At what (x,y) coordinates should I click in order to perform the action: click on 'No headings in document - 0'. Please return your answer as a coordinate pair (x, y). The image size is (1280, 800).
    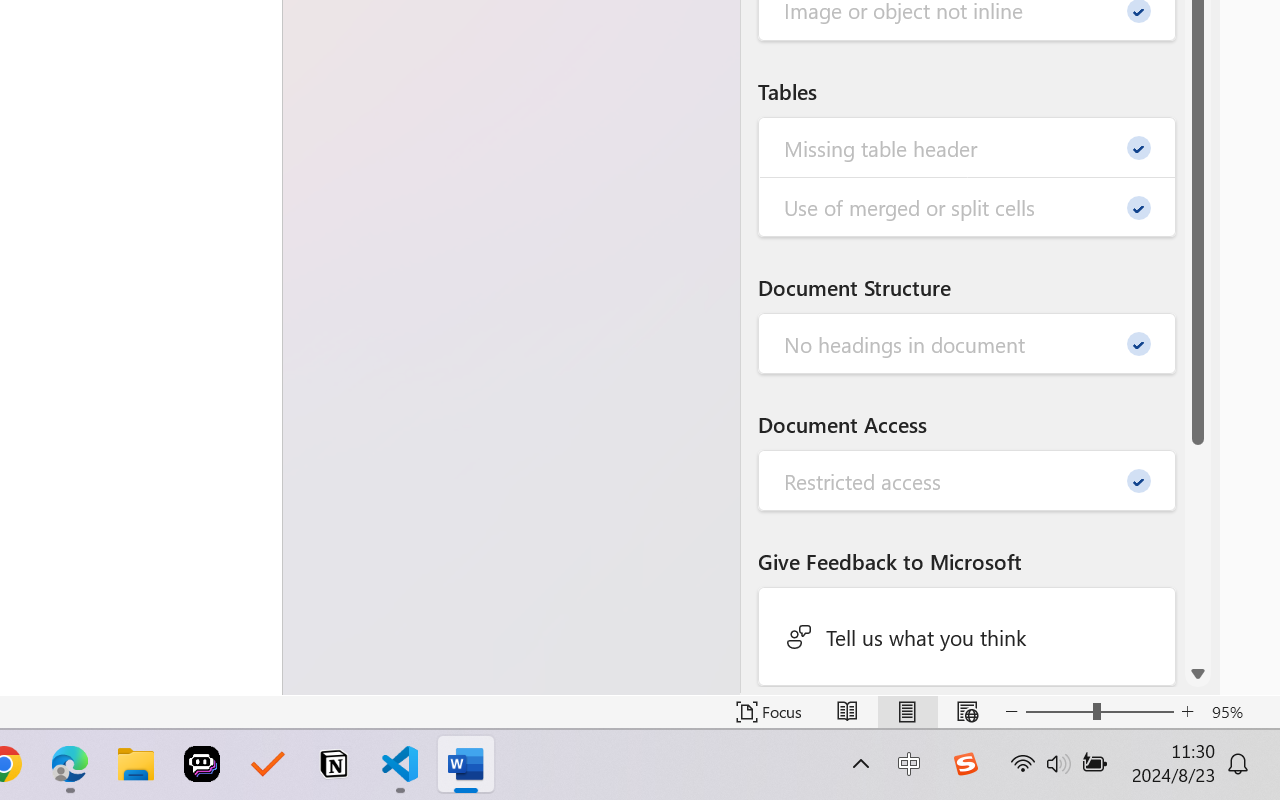
    Looking at the image, I should click on (967, 344).